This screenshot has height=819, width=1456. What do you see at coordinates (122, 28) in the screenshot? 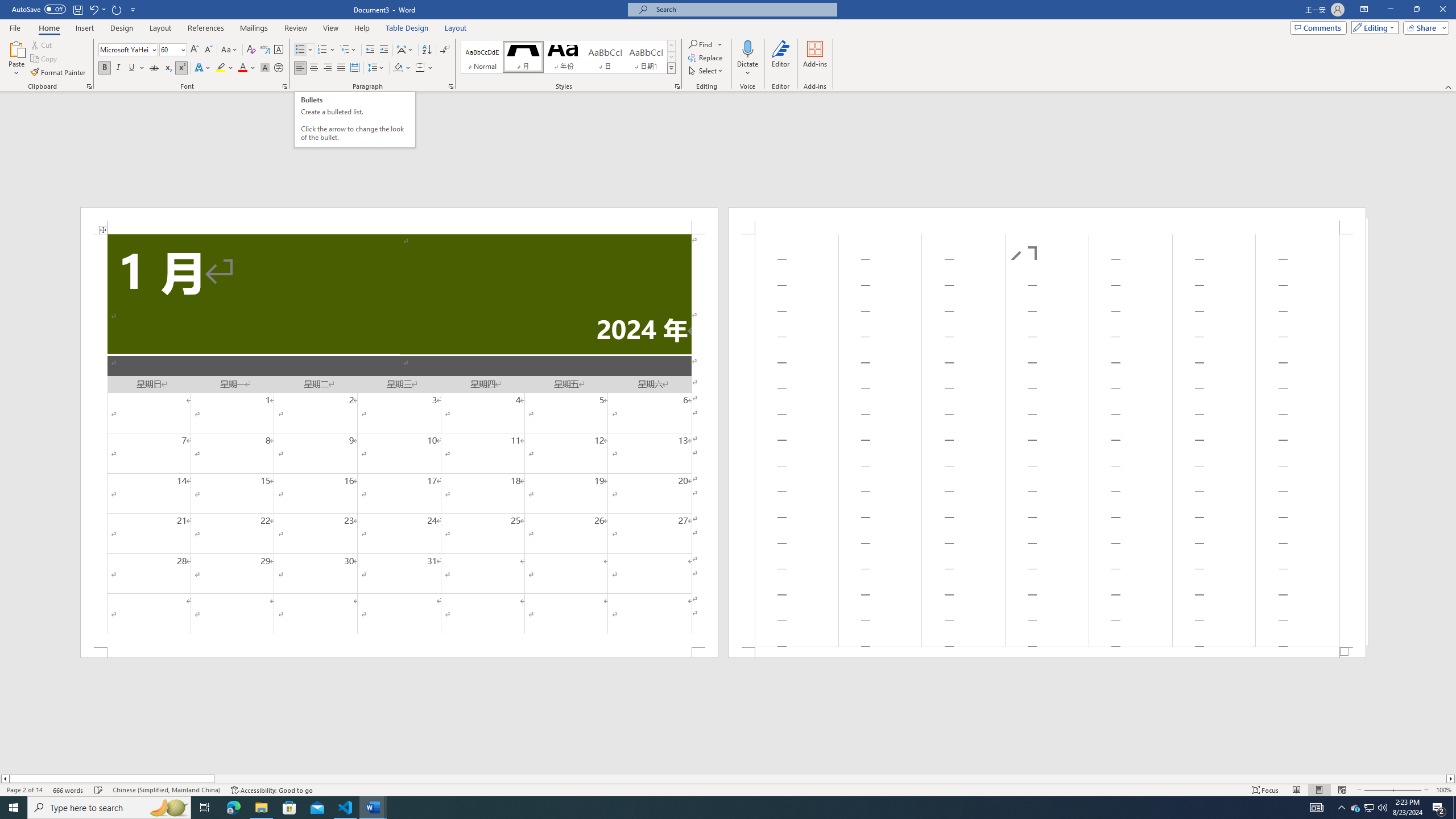
I see `'Design'` at bounding box center [122, 28].